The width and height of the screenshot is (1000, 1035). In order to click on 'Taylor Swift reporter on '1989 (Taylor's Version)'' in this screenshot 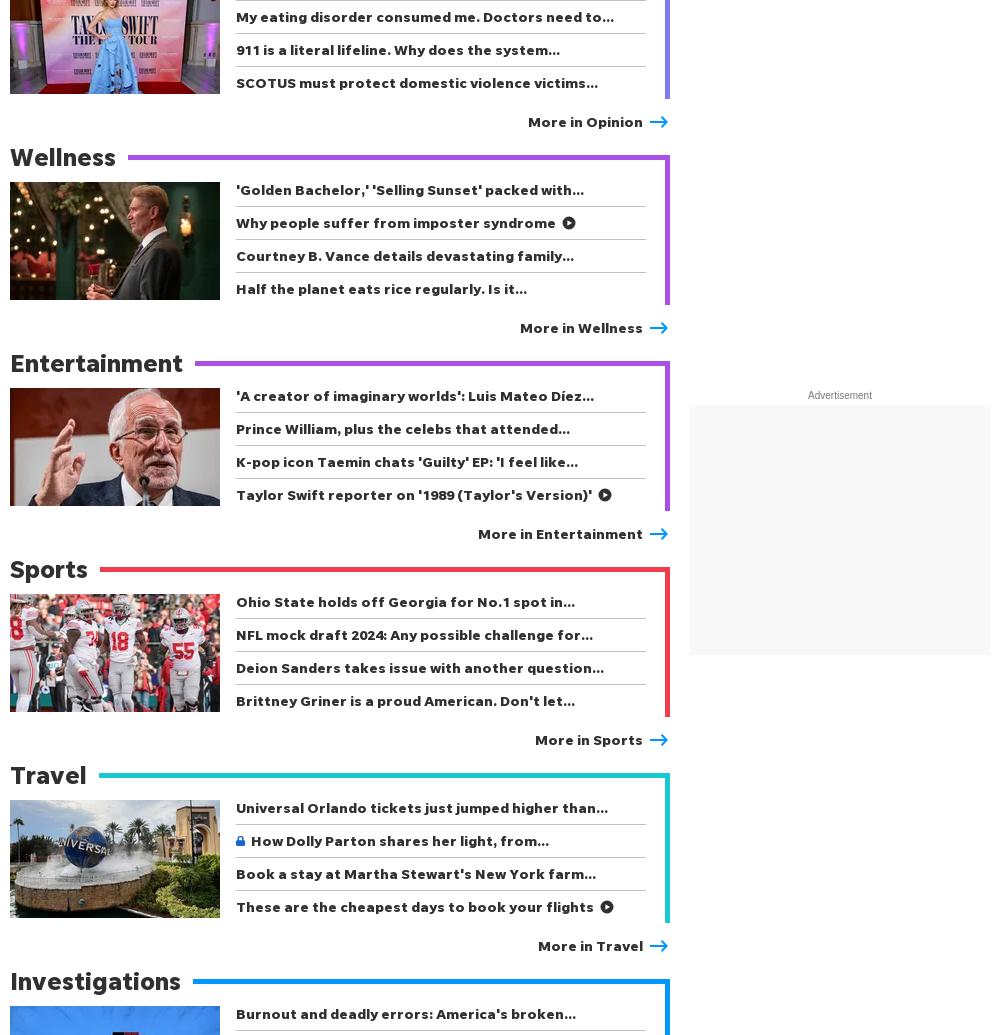, I will do `click(414, 494)`.